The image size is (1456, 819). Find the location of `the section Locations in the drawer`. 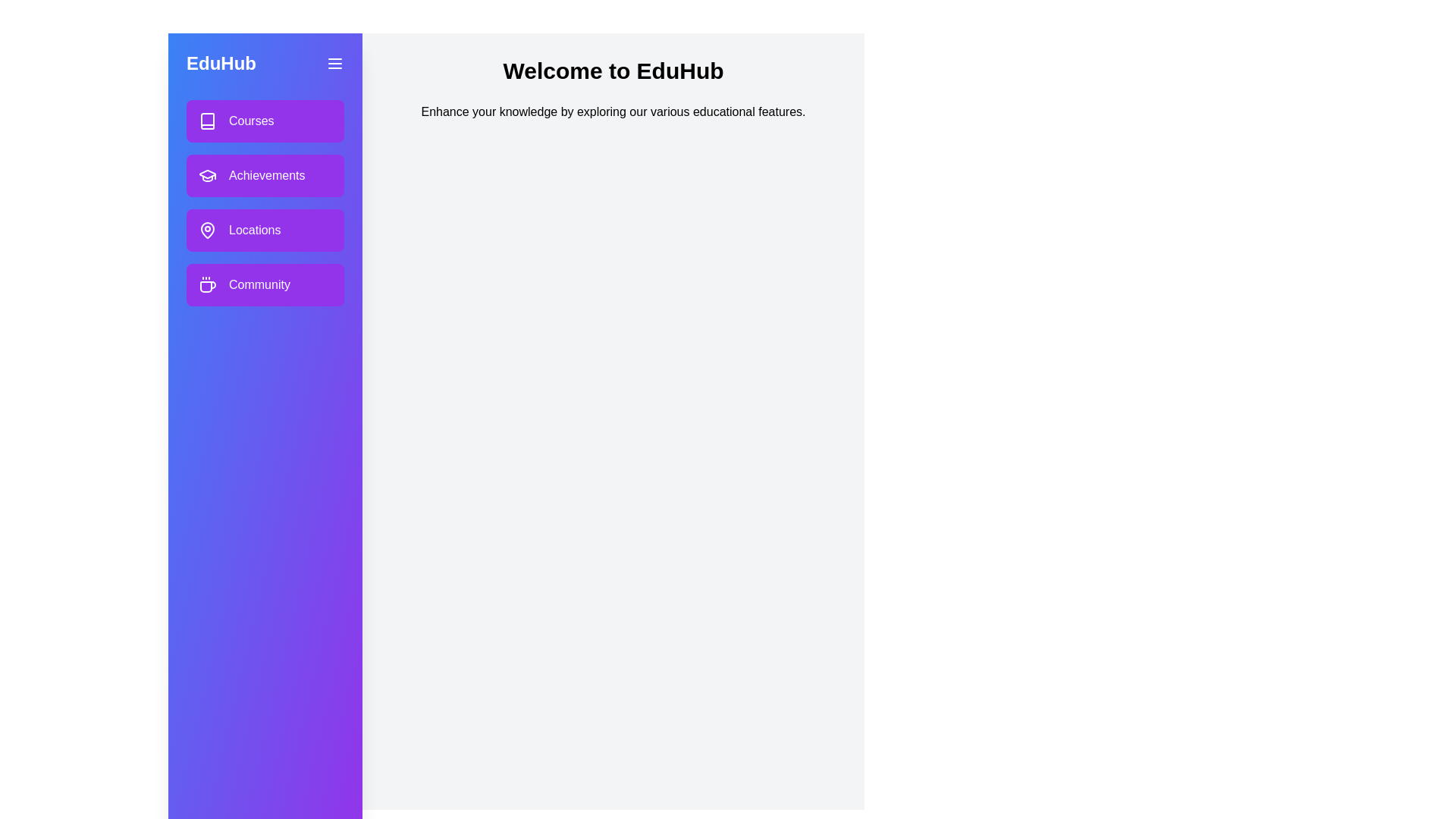

the section Locations in the drawer is located at coordinates (265, 231).